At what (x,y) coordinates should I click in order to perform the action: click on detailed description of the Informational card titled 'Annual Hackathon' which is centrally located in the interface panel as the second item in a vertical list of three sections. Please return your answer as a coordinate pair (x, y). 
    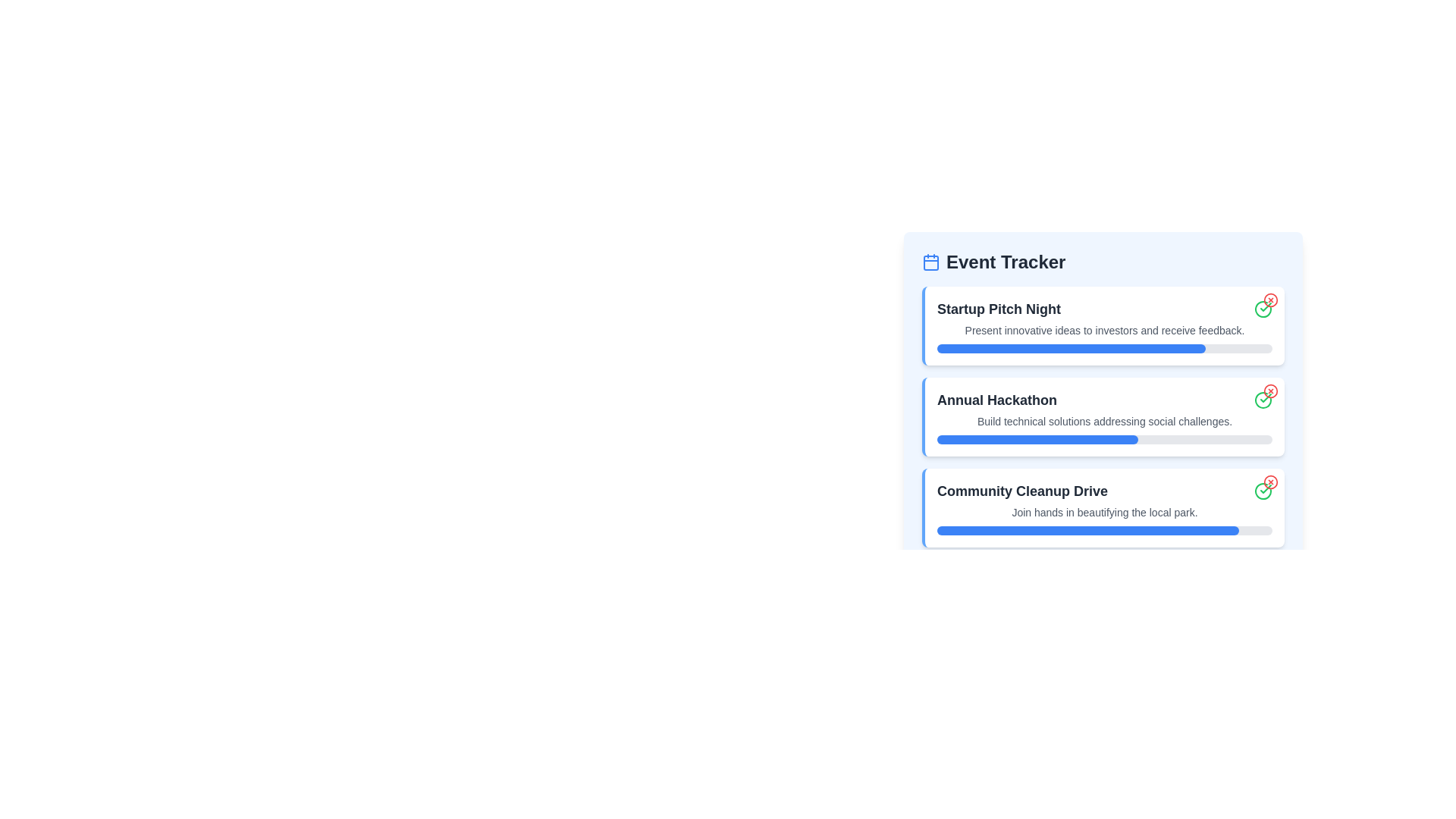
    Looking at the image, I should click on (1103, 397).